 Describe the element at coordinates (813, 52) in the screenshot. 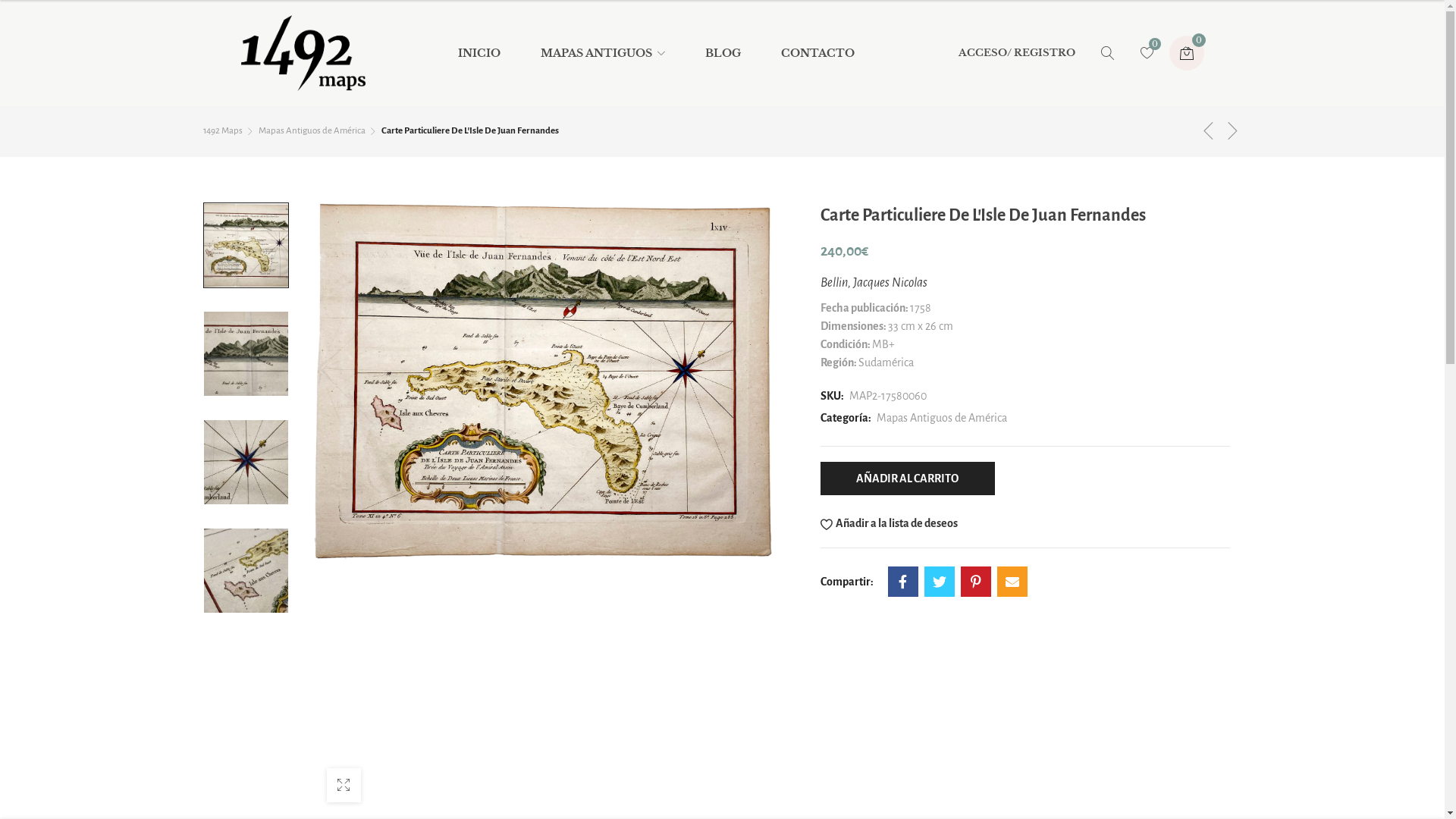

I see `'CONTACTO'` at that location.